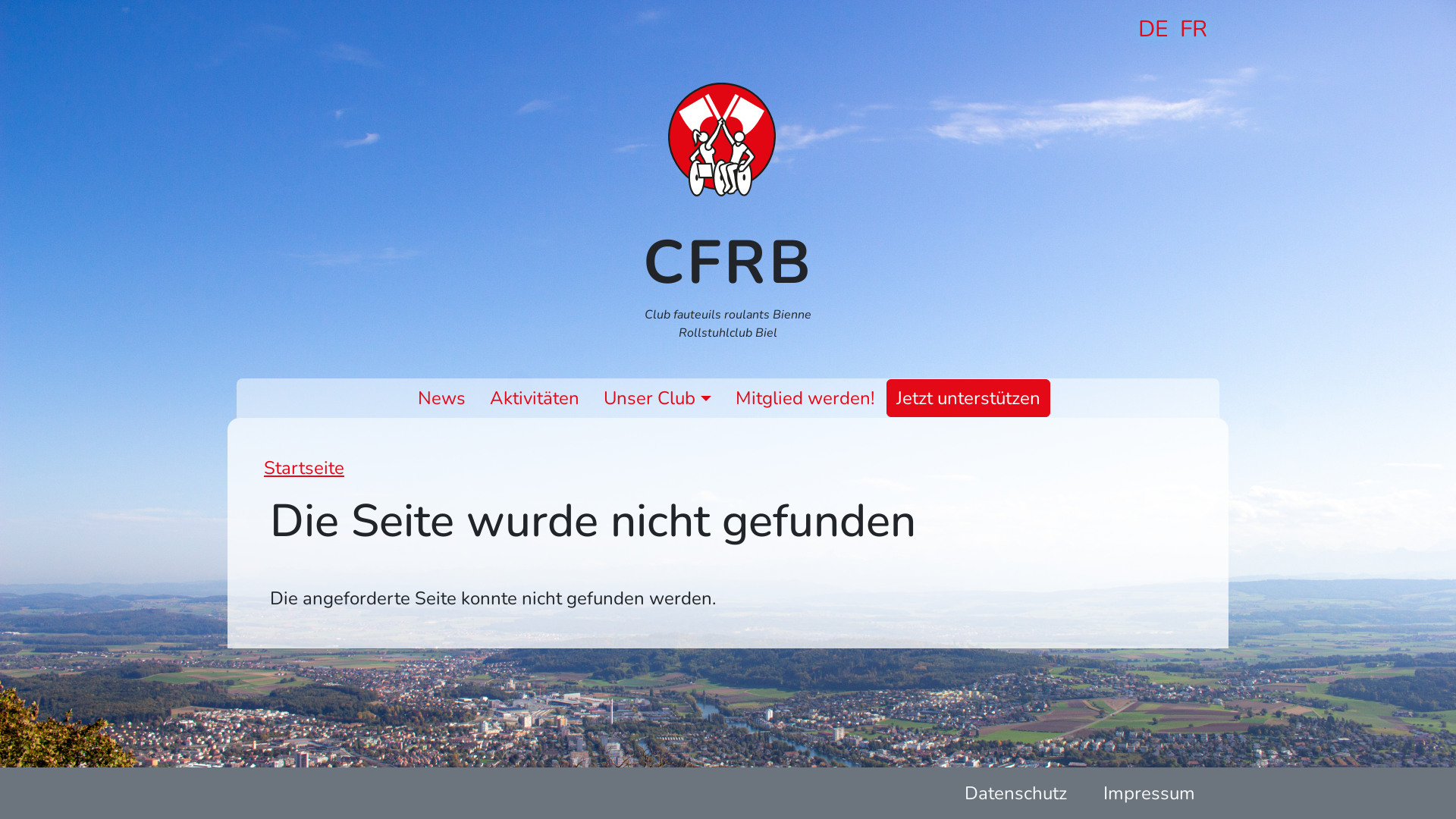 This screenshot has width=1456, height=819. What do you see at coordinates (729, 397) in the screenshot?
I see `'Mitglied werden!'` at bounding box center [729, 397].